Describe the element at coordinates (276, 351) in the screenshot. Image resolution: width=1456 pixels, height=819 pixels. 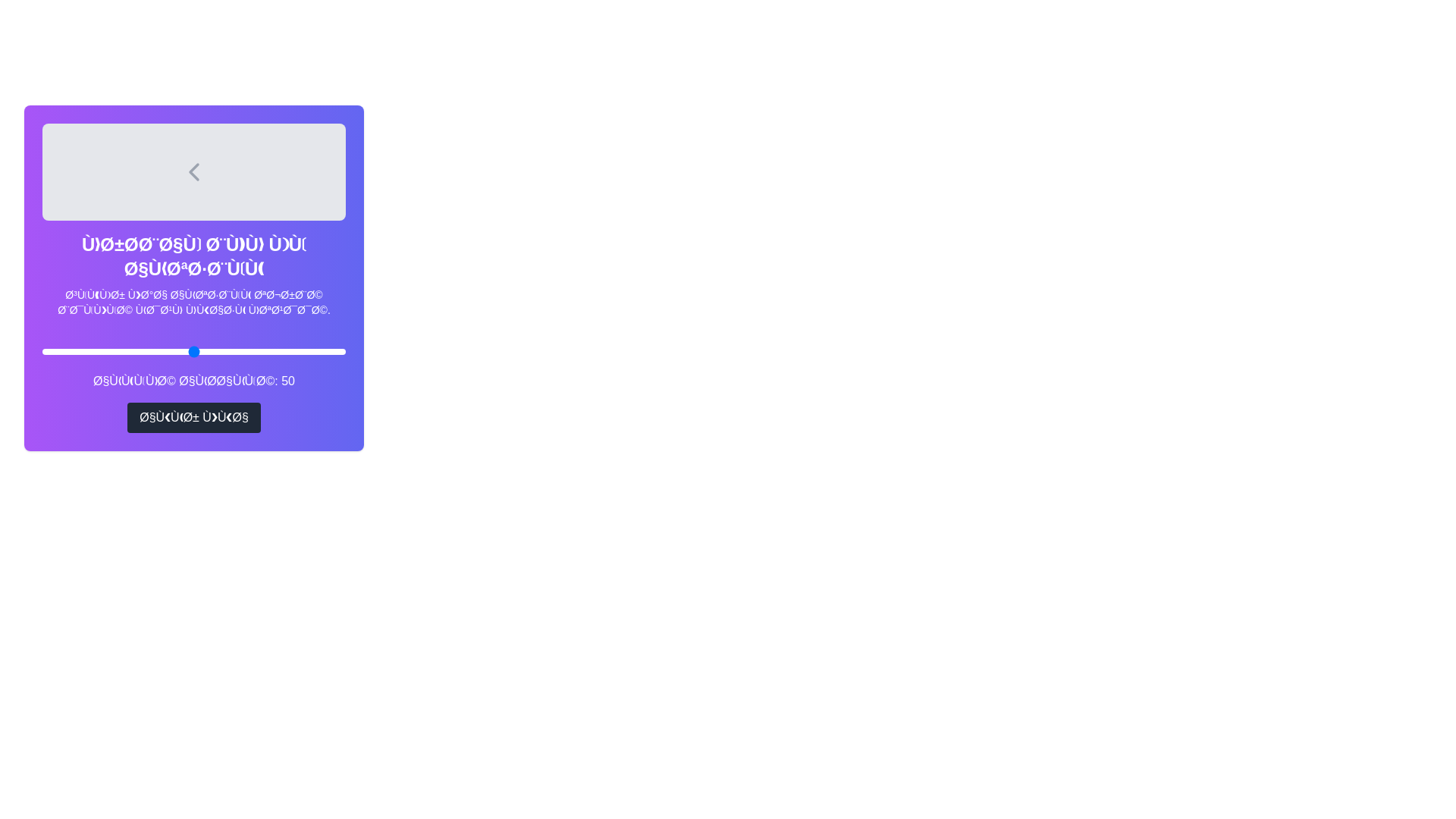
I see `the slider value` at that location.